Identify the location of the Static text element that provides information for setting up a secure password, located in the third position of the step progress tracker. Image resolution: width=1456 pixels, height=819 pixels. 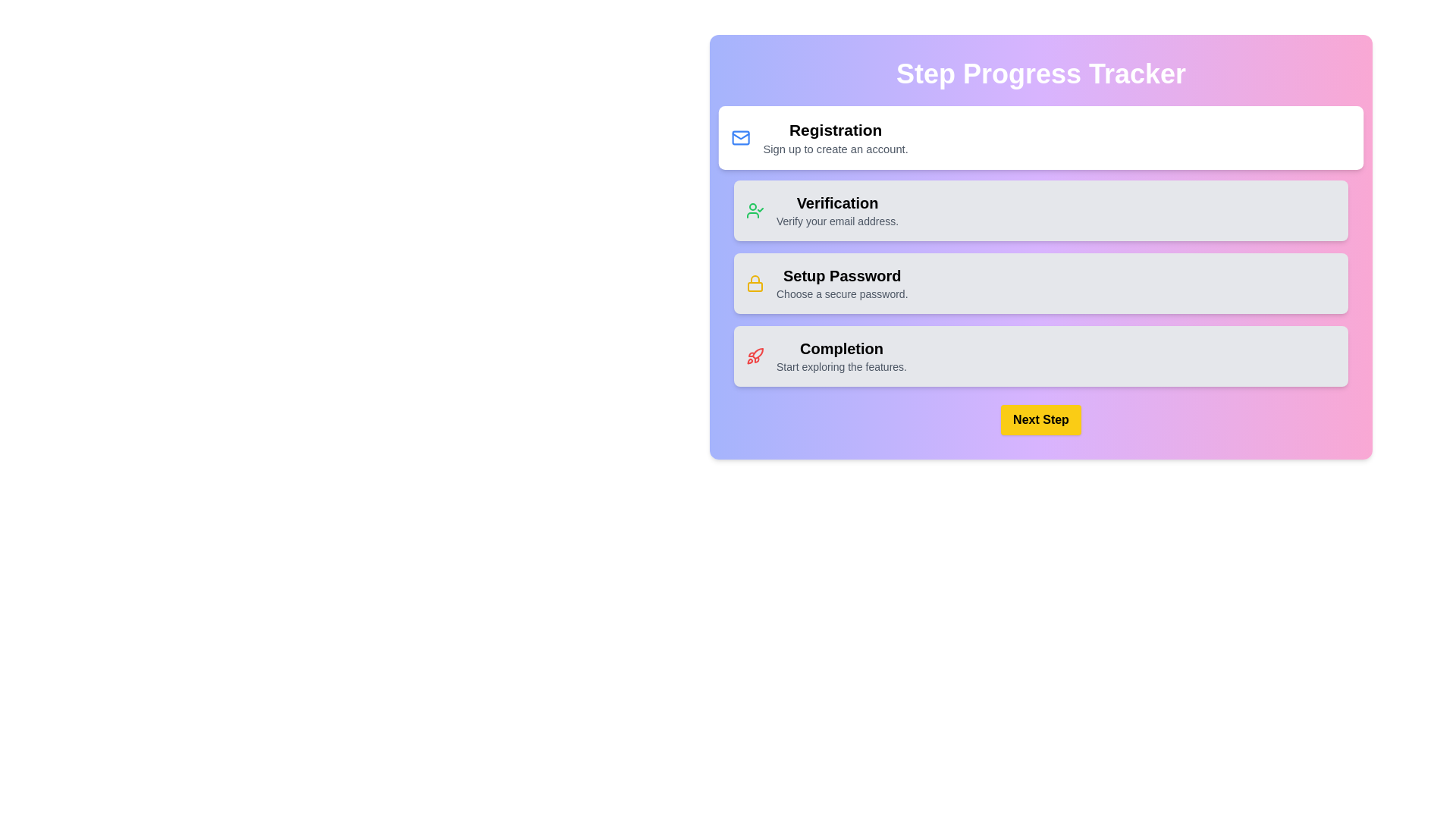
(841, 284).